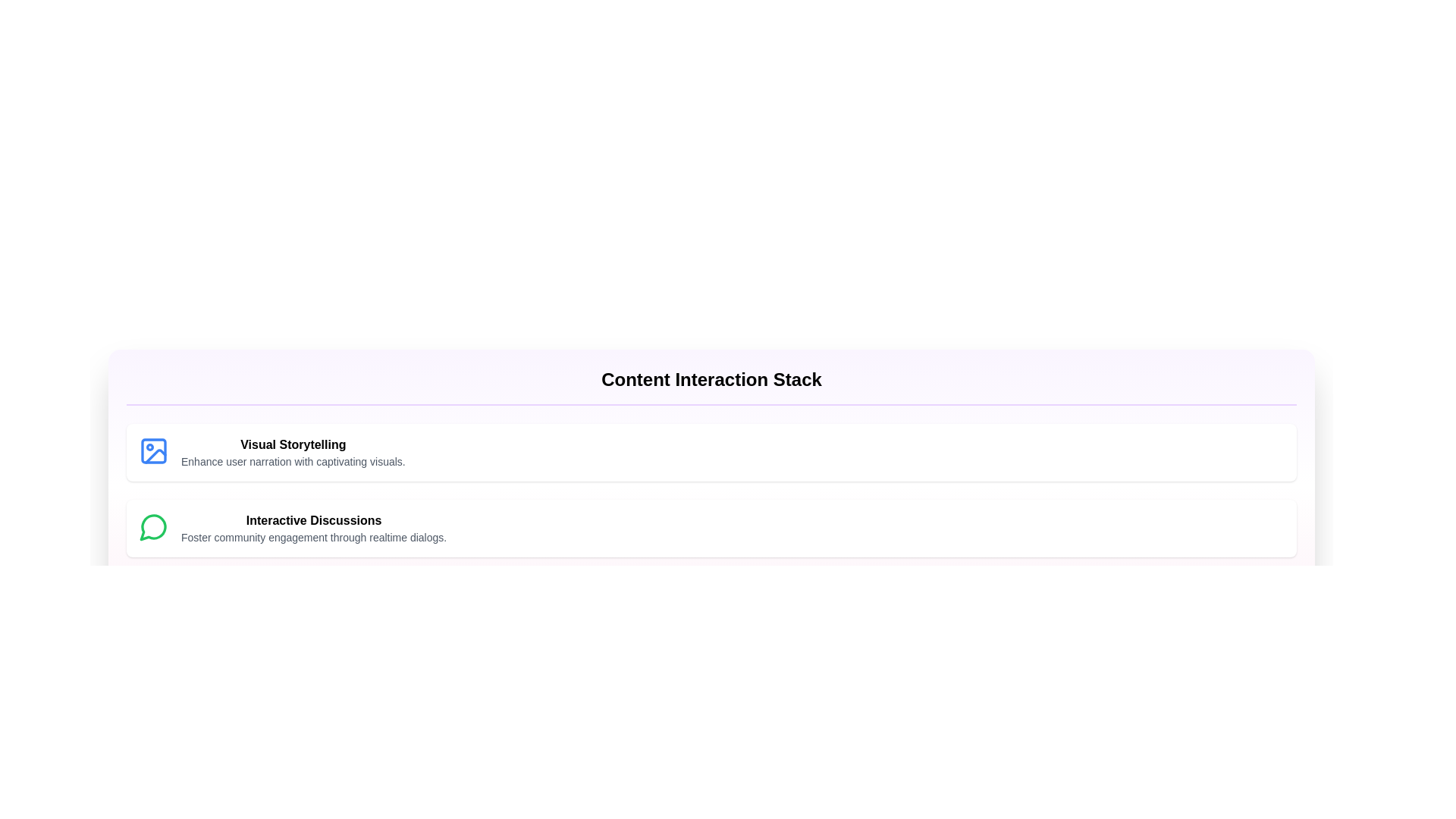  I want to click on the text label that reads 'Interactive Discussions.', so click(313, 519).